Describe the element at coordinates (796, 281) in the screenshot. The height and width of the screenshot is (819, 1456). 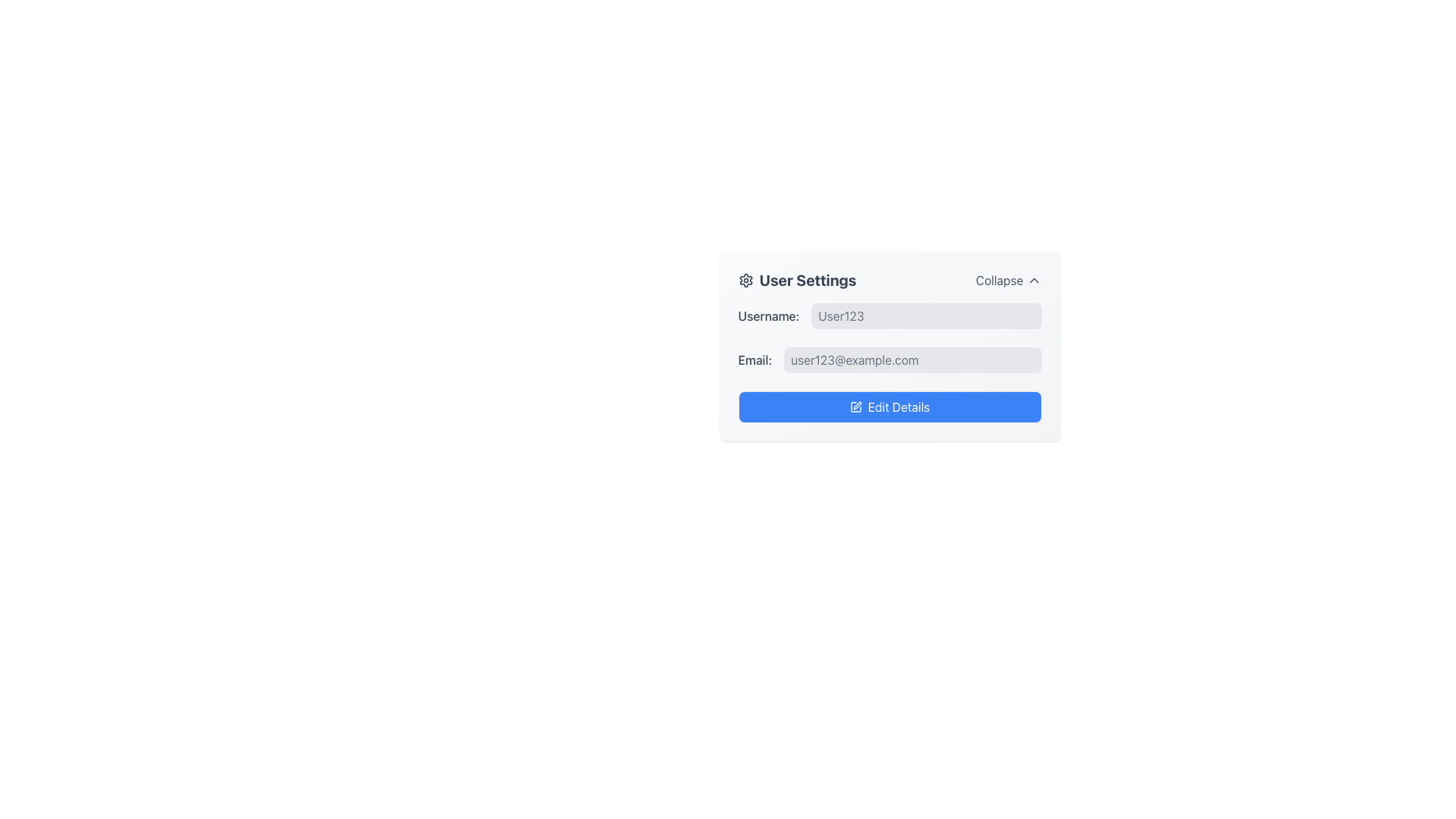
I see `the Text Label that indicates the settings section, which is positioned at the top of the settings panel, adjacent to the gear icon` at that location.